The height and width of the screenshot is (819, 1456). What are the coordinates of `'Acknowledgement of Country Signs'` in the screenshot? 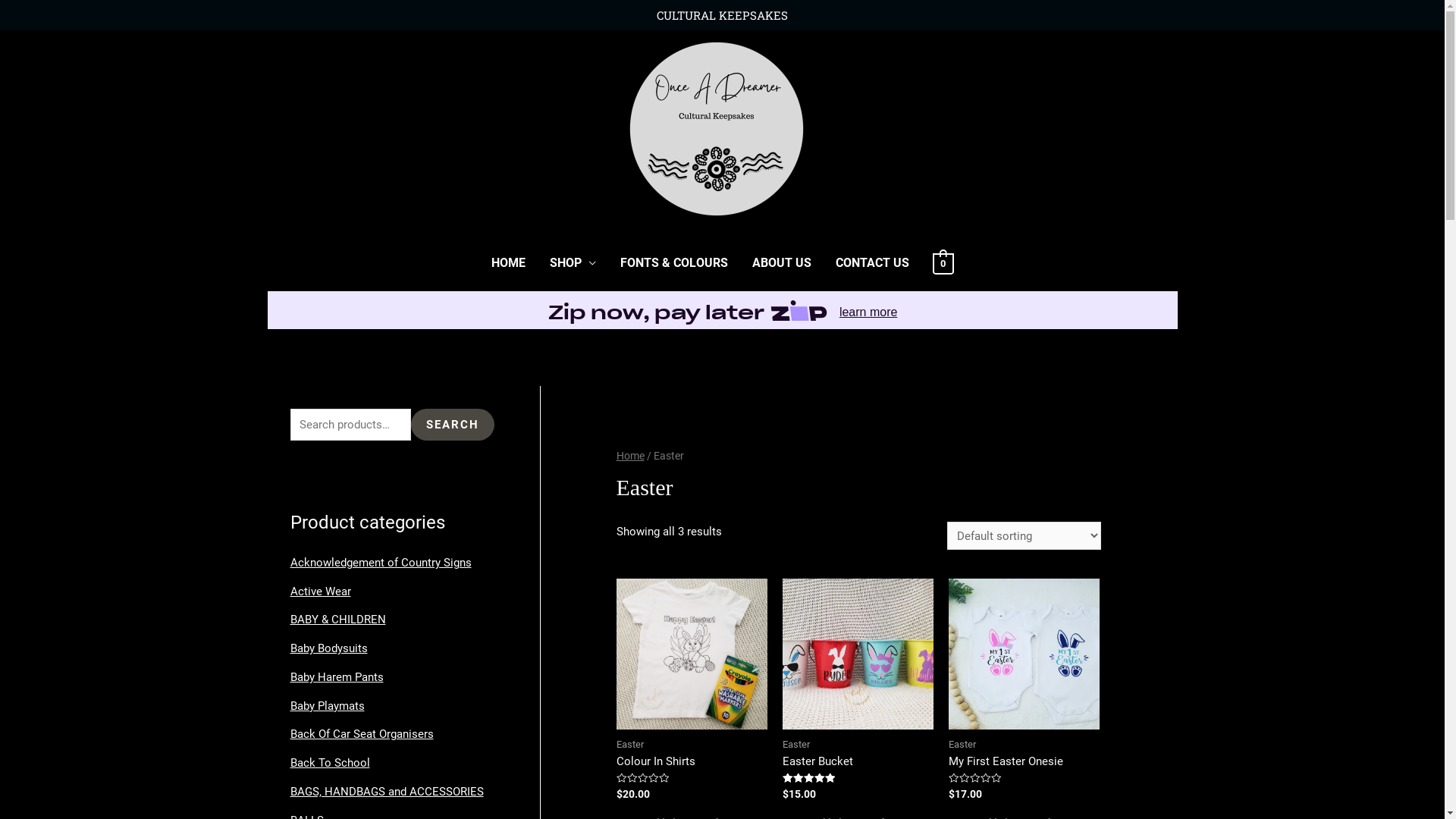 It's located at (380, 562).